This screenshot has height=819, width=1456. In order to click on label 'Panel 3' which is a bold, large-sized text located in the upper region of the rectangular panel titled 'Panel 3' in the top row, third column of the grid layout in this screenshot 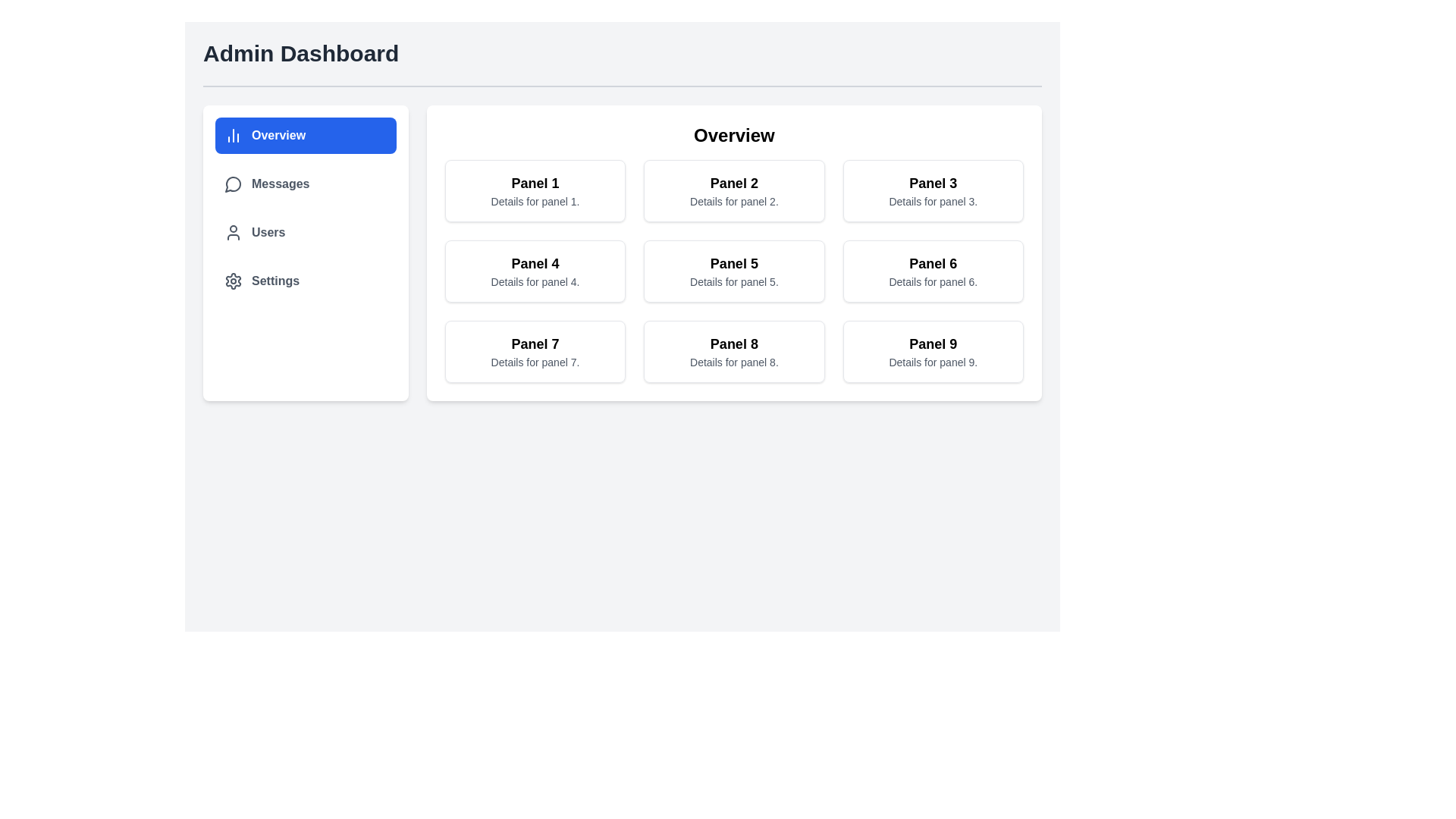, I will do `click(932, 183)`.